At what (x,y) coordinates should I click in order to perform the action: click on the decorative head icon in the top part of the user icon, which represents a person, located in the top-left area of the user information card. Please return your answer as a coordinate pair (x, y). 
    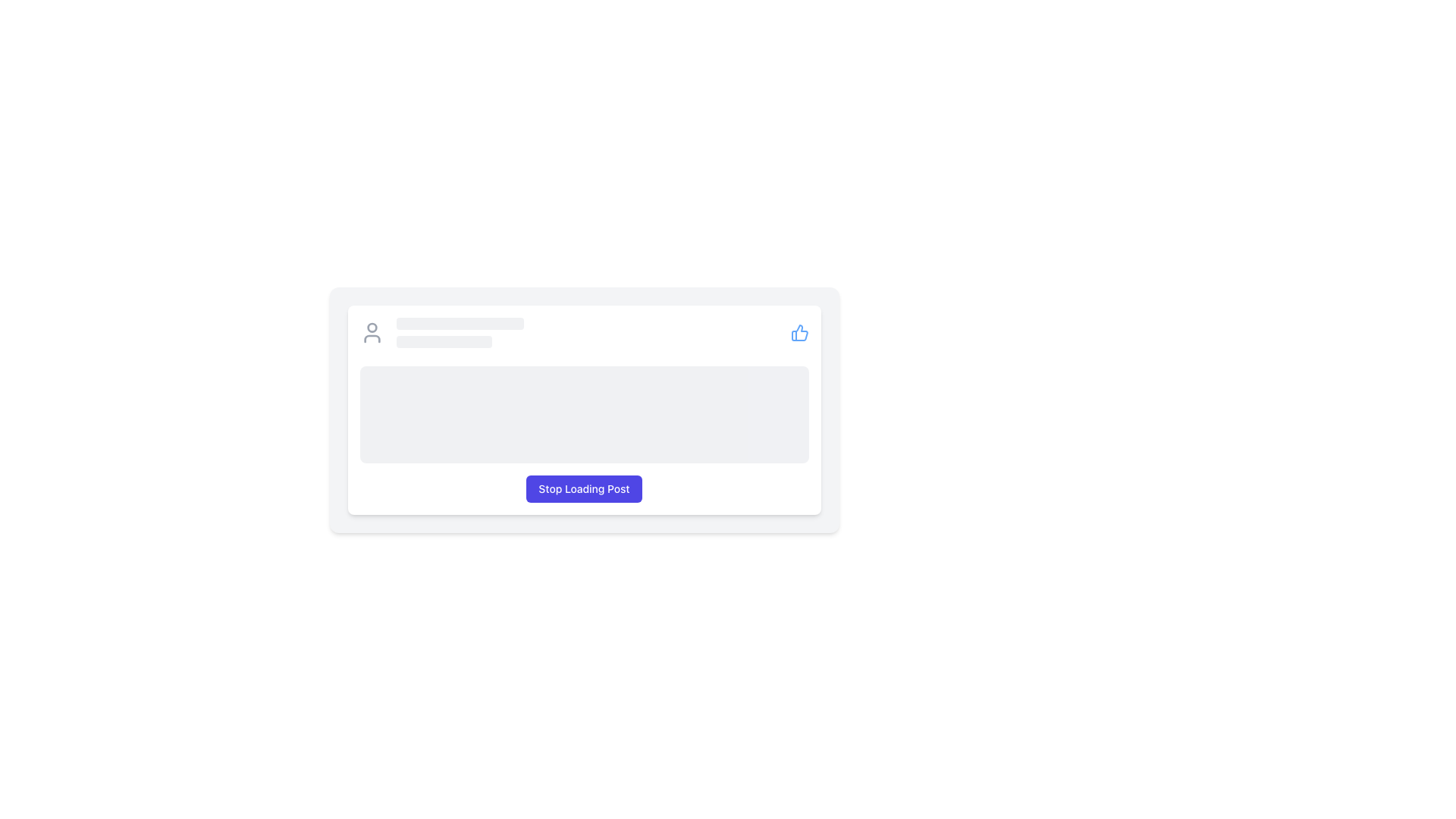
    Looking at the image, I should click on (372, 327).